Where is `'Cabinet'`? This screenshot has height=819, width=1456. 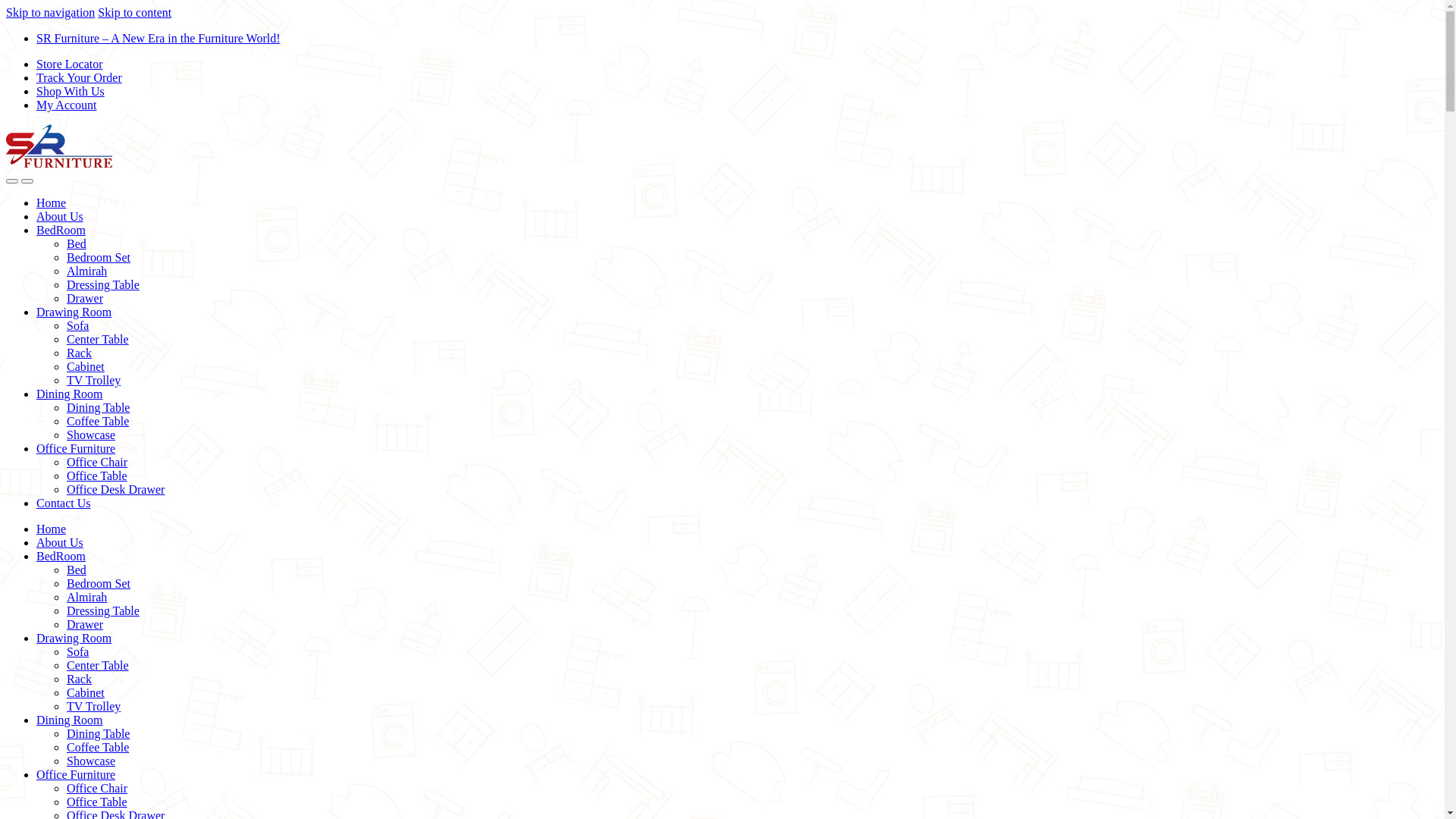
'Cabinet' is located at coordinates (65, 366).